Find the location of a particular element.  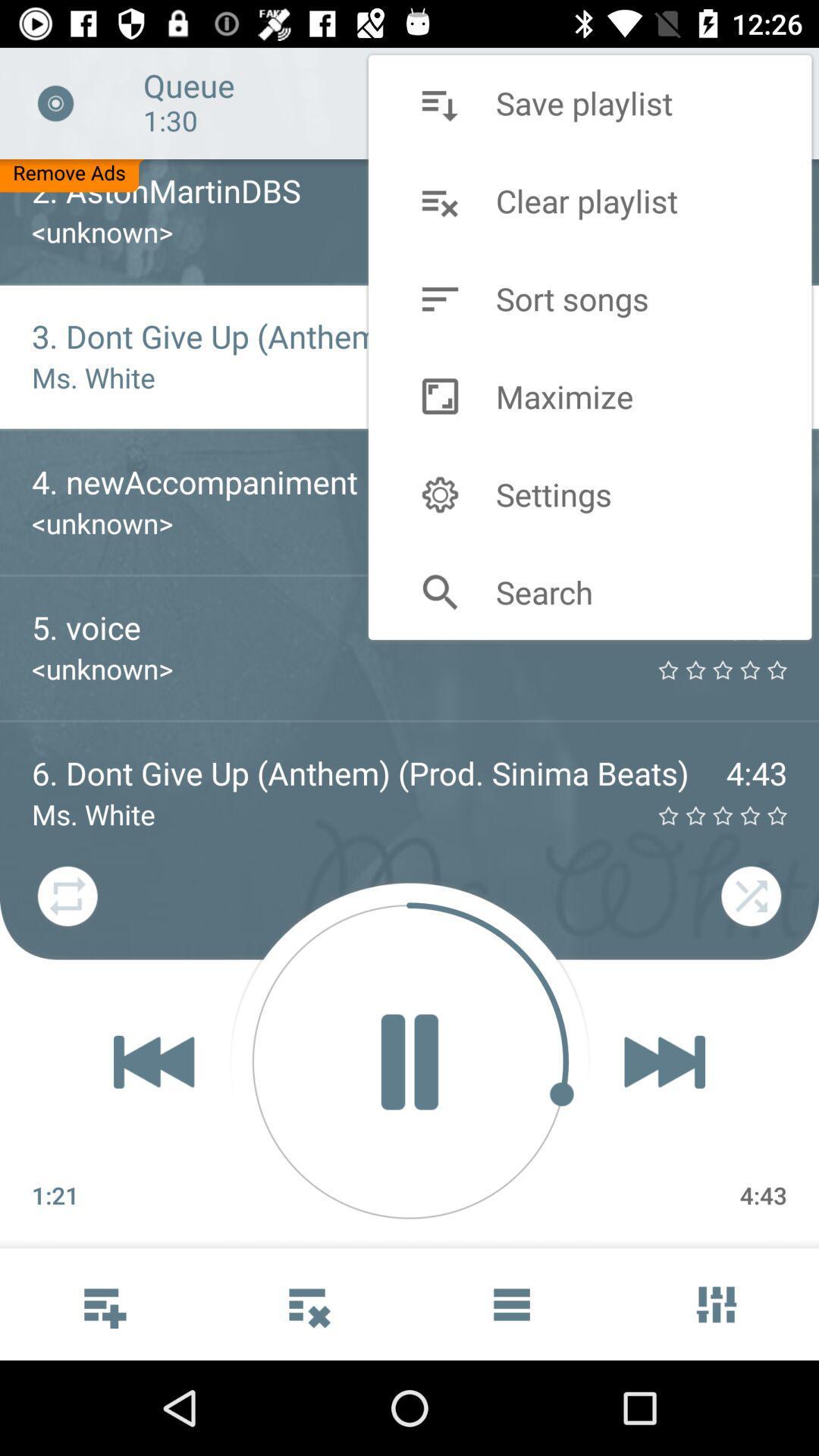

the sliders icon is located at coordinates (717, 1304).